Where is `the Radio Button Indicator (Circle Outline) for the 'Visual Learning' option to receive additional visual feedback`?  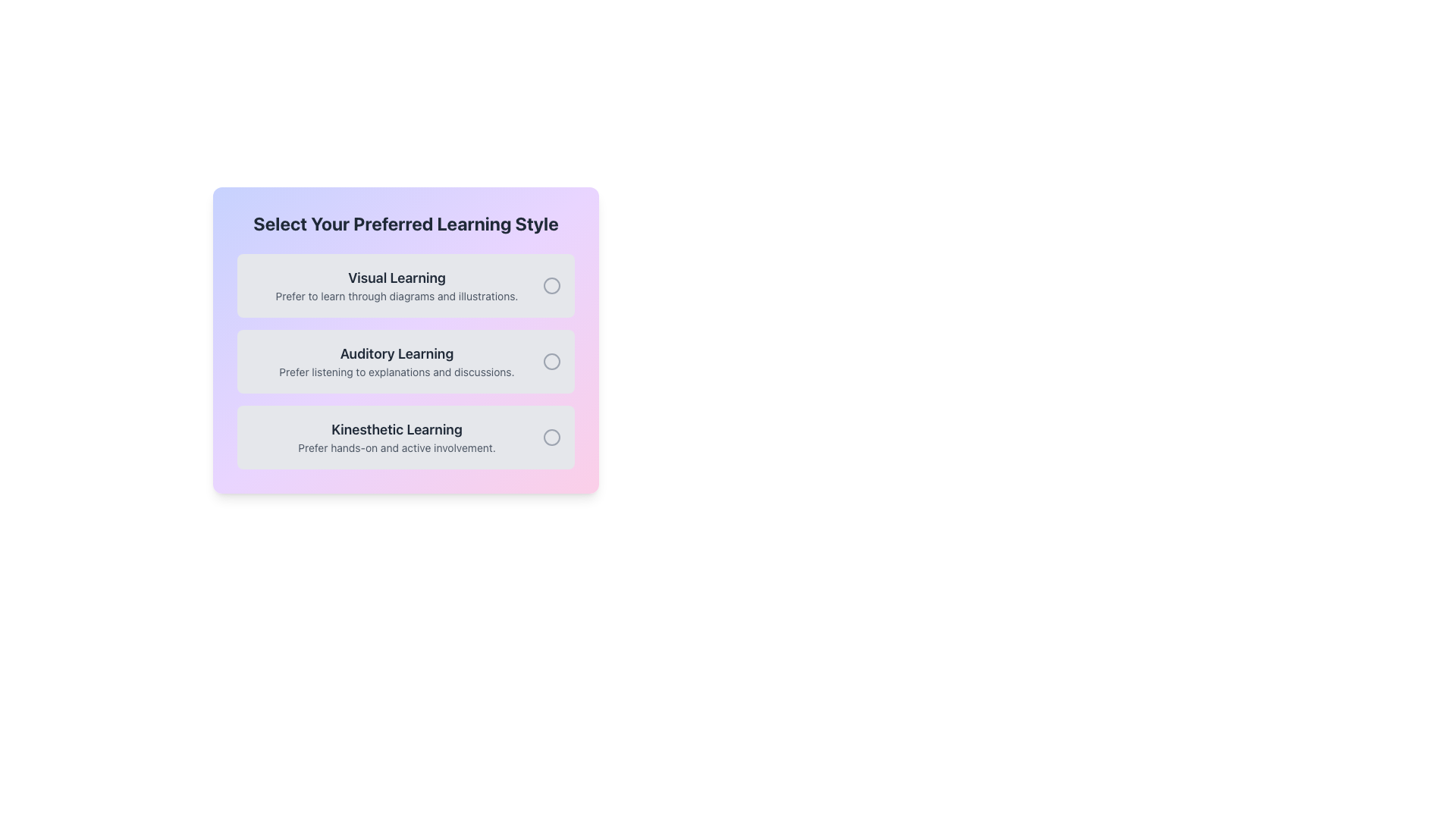
the Radio Button Indicator (Circle Outline) for the 'Visual Learning' option to receive additional visual feedback is located at coordinates (551, 286).